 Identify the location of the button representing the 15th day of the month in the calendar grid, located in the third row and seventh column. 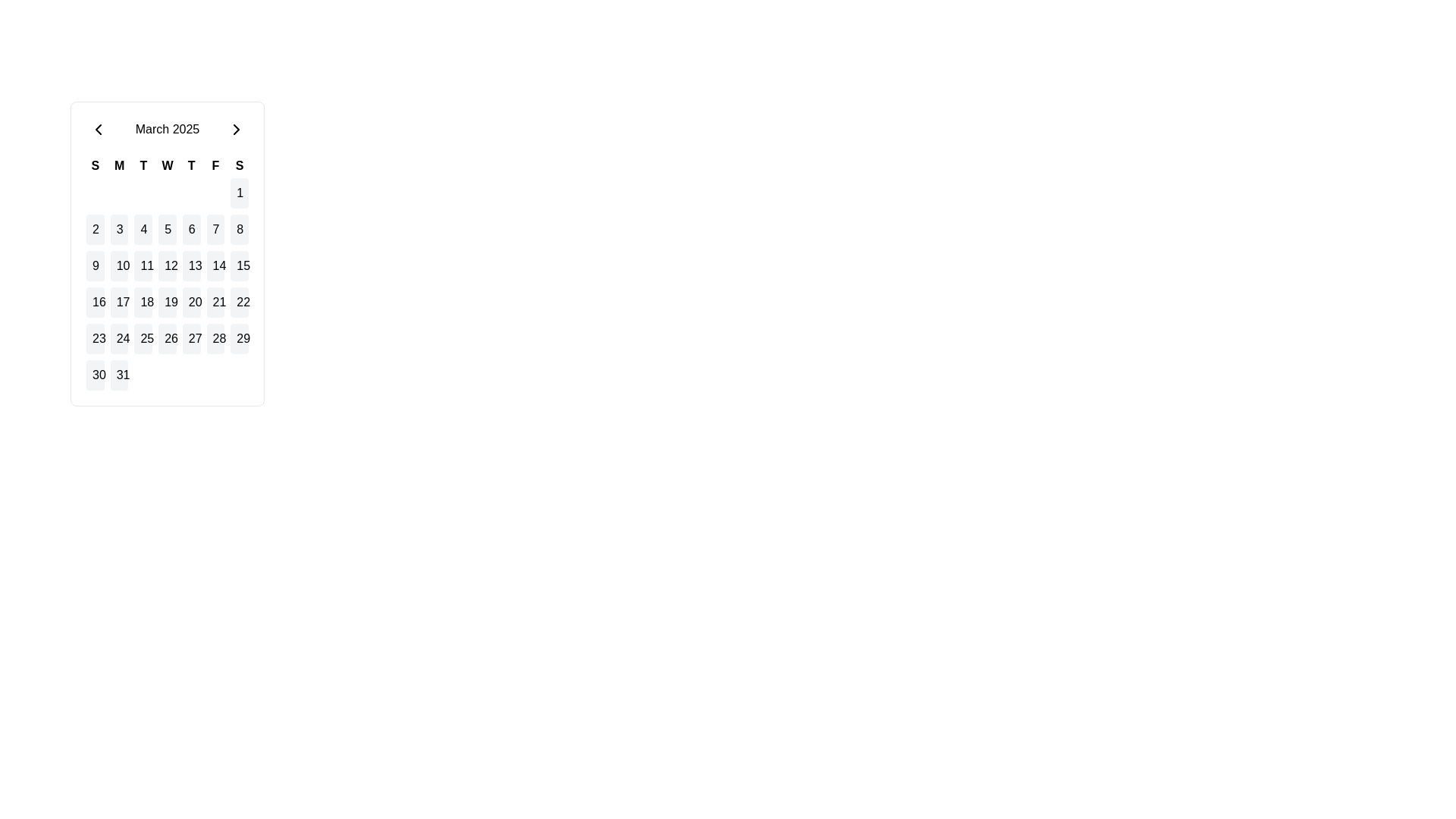
(239, 265).